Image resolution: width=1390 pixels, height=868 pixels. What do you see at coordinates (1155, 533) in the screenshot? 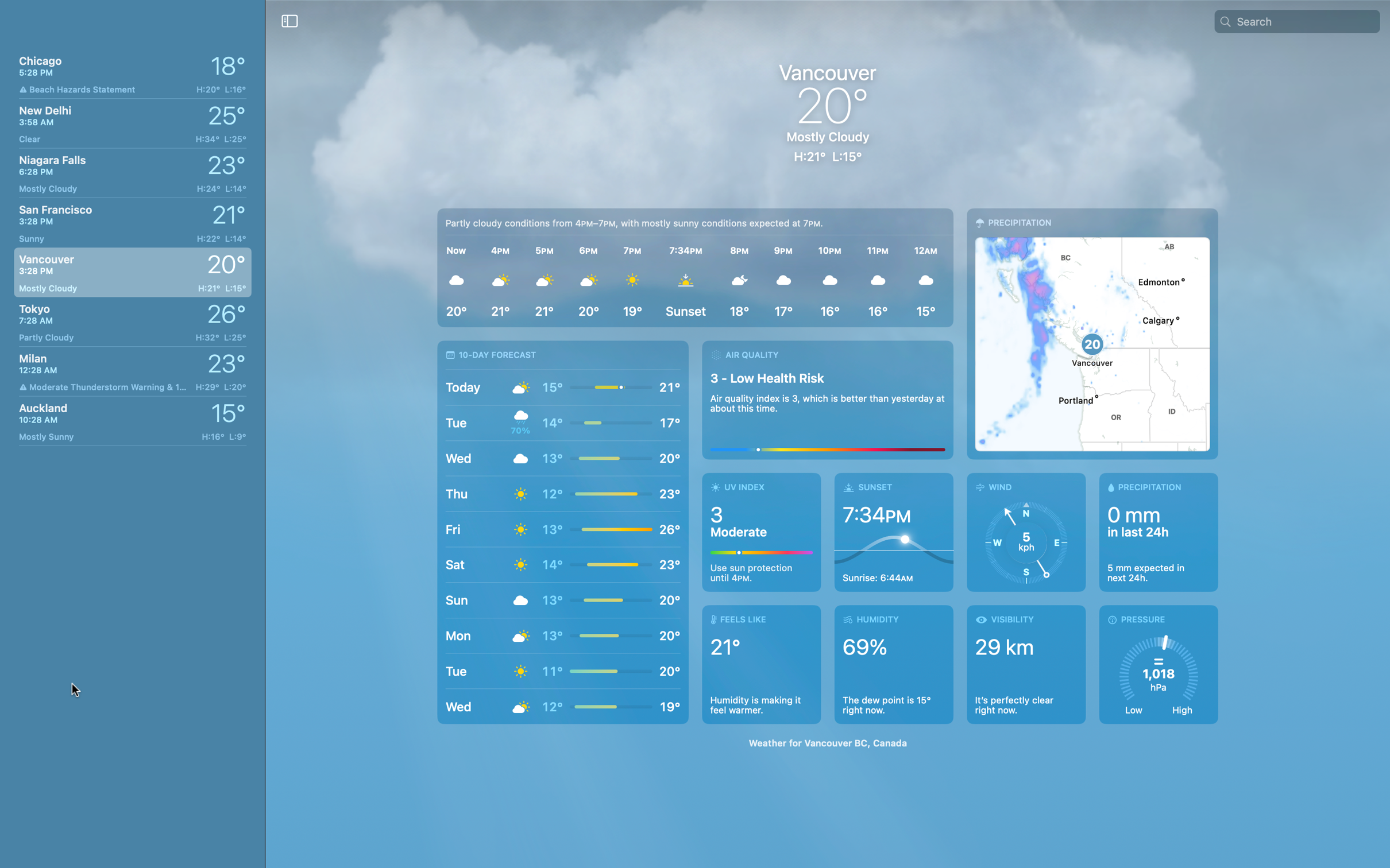
I see `Assess the rainfall in Vancouver` at bounding box center [1155, 533].